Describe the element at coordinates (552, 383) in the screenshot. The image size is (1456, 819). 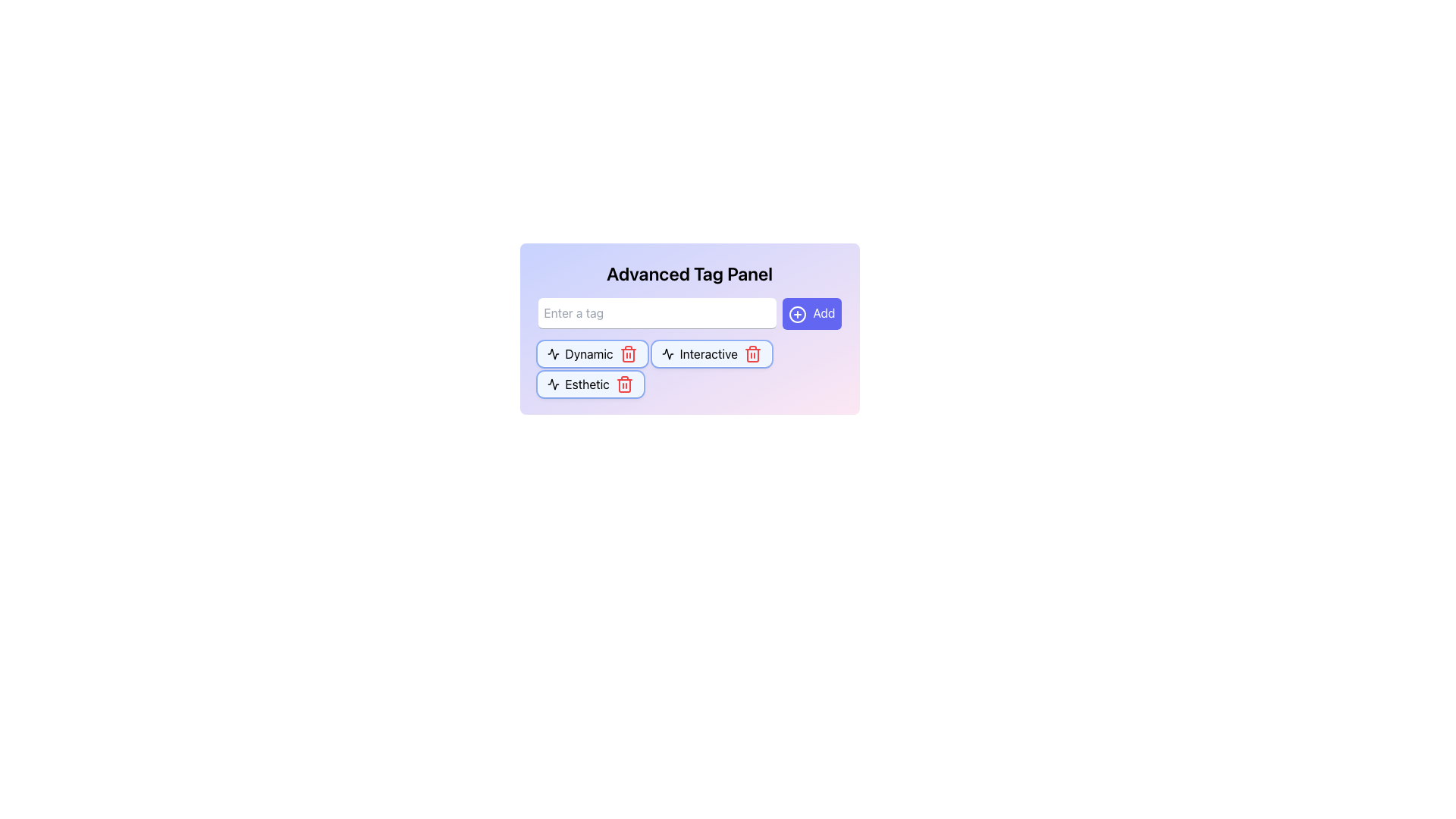
I see `the SVG Icon that visually represents the activity of the button labeled 'Esthetic'` at that location.